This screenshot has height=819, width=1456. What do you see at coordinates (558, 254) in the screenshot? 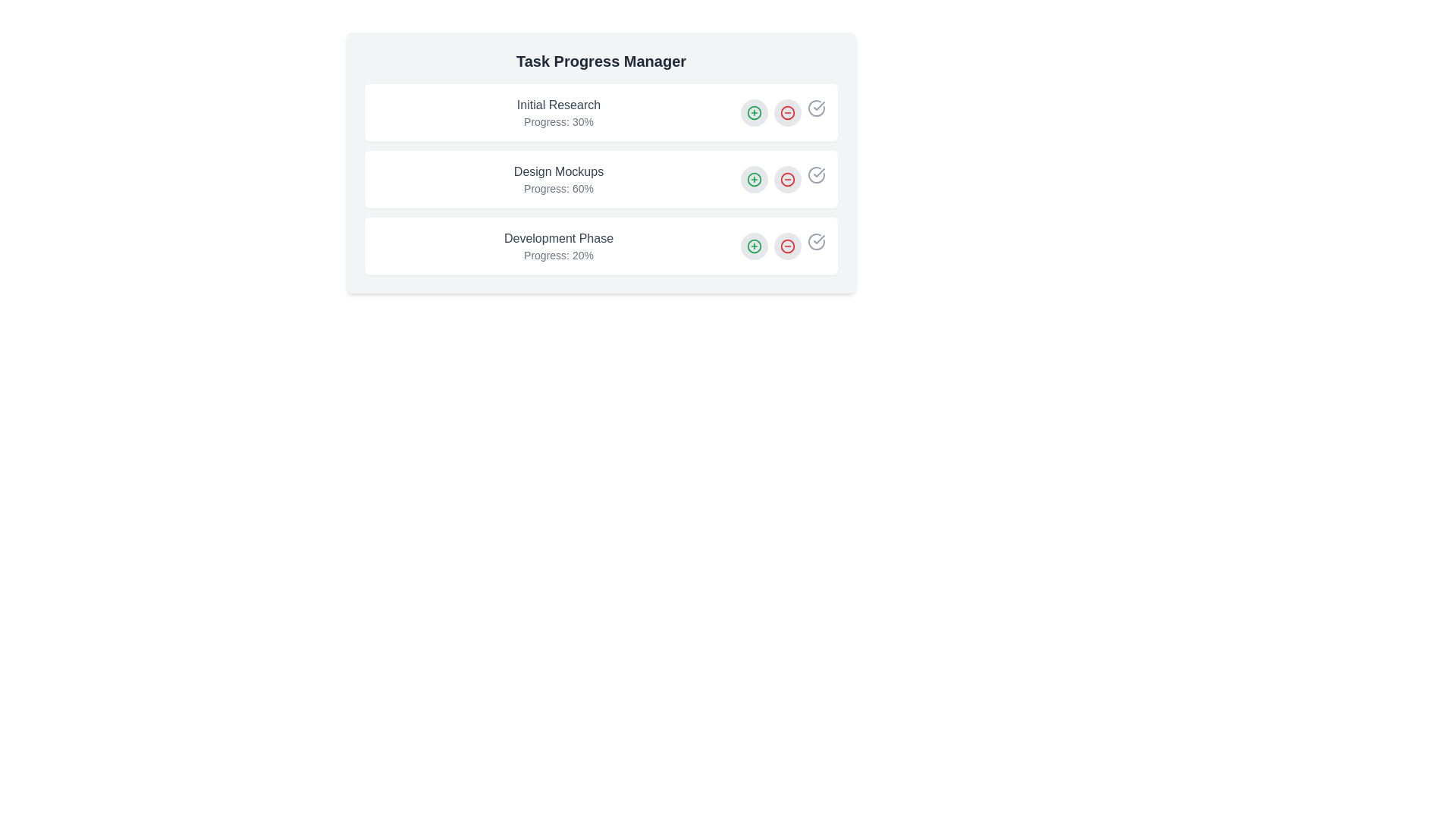
I see `the second text label displaying the progress of the 'Development Phase' task, which indicates that it is 20% complete` at bounding box center [558, 254].